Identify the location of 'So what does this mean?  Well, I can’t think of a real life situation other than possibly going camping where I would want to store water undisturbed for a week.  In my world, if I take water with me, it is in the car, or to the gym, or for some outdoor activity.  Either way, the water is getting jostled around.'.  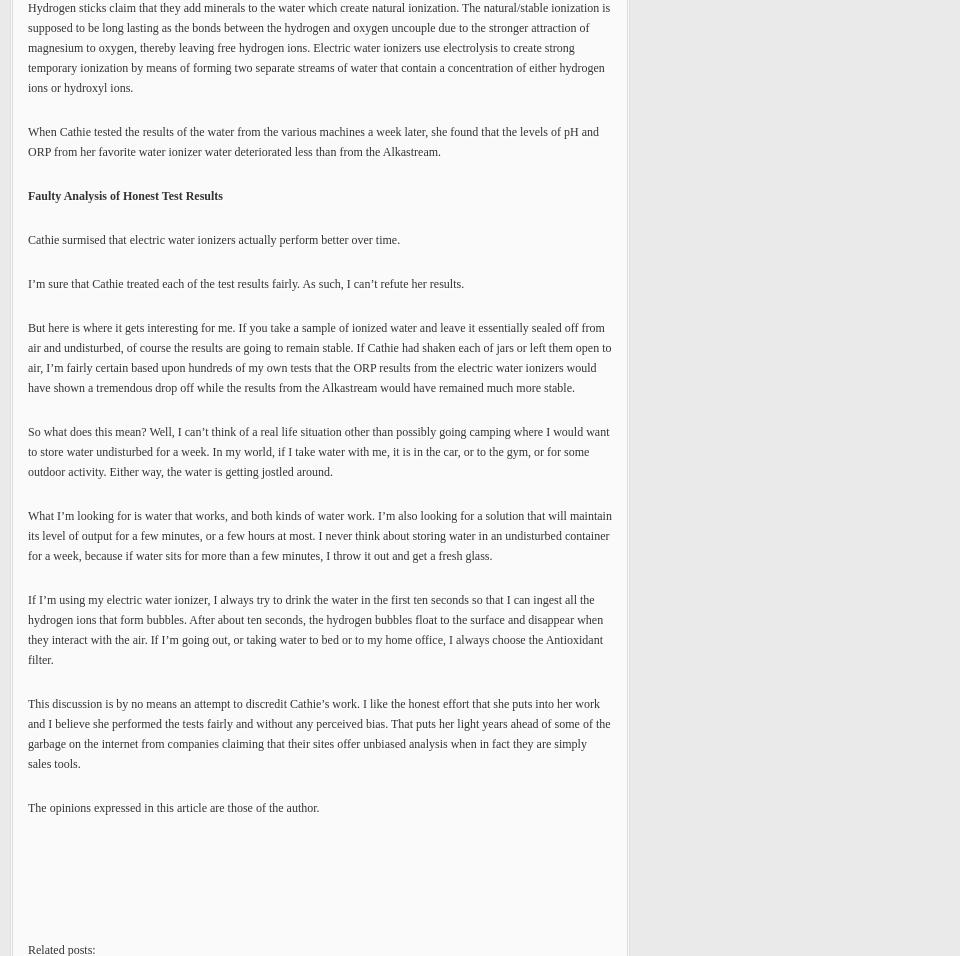
(318, 451).